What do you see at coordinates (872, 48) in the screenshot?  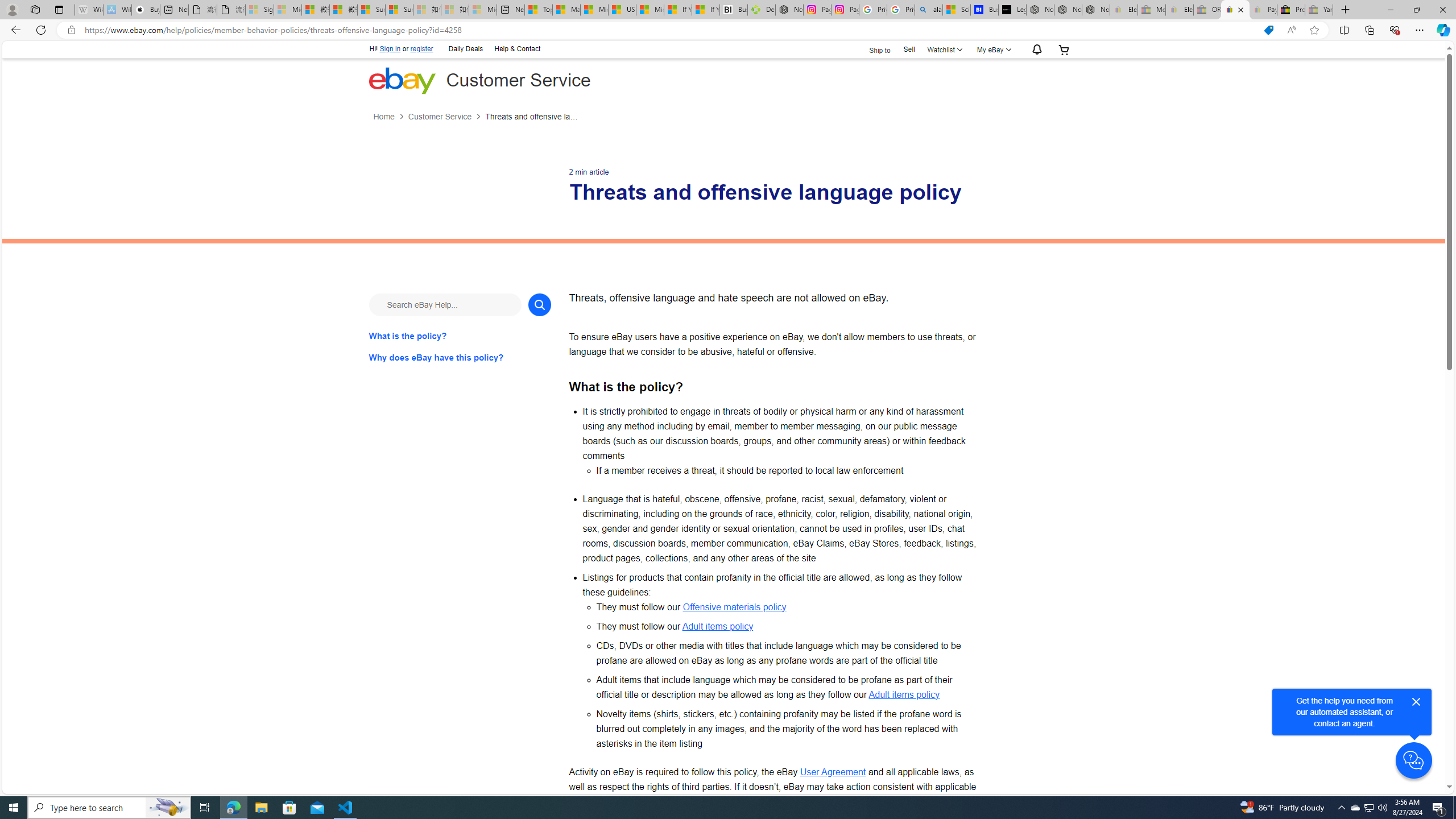 I see `'Ship to'` at bounding box center [872, 48].